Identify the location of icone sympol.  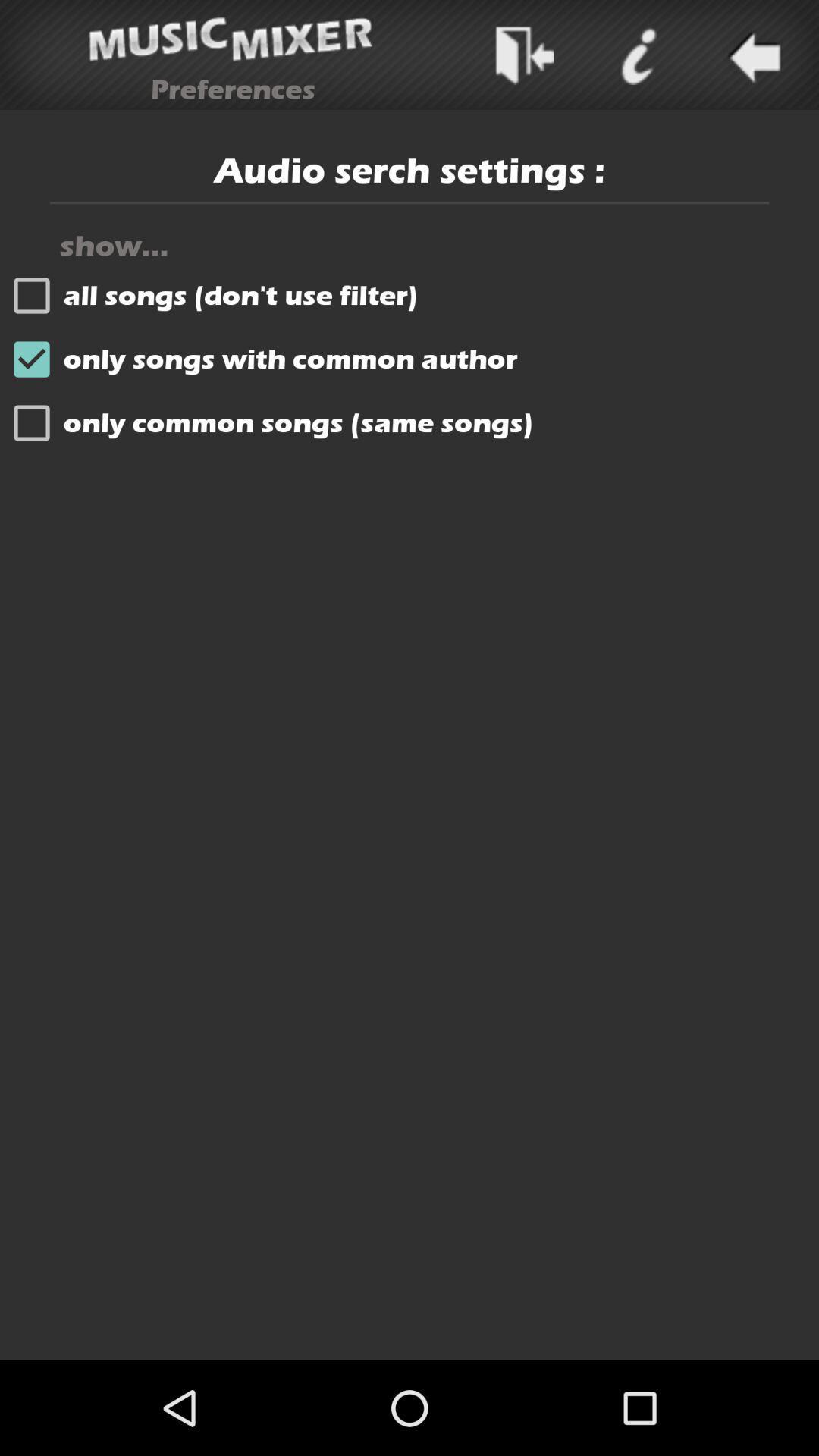
(638, 55).